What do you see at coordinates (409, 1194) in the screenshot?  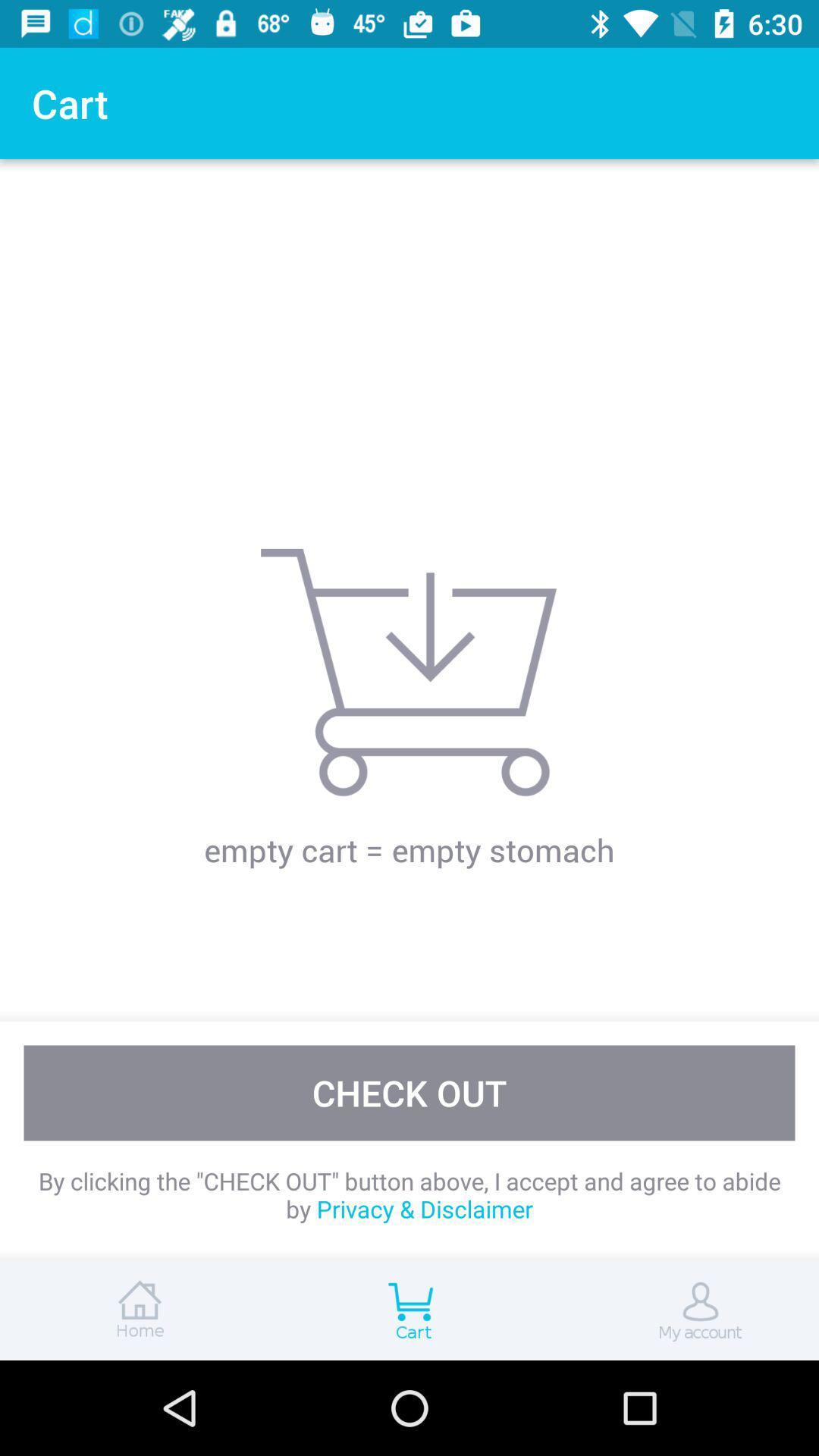 I see `the by clicking the icon` at bounding box center [409, 1194].